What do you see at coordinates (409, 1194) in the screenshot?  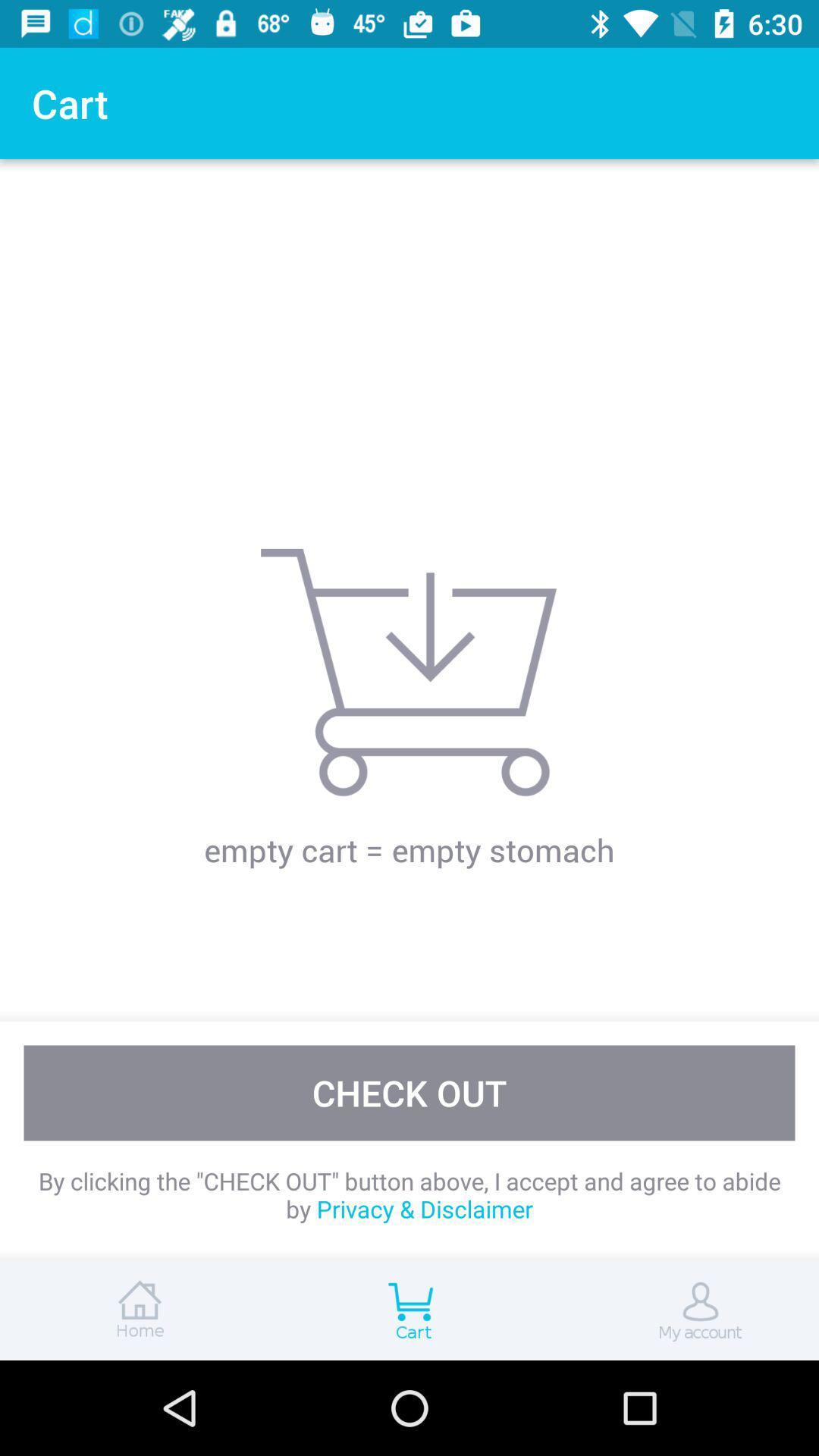 I see `the by clicking the icon` at bounding box center [409, 1194].